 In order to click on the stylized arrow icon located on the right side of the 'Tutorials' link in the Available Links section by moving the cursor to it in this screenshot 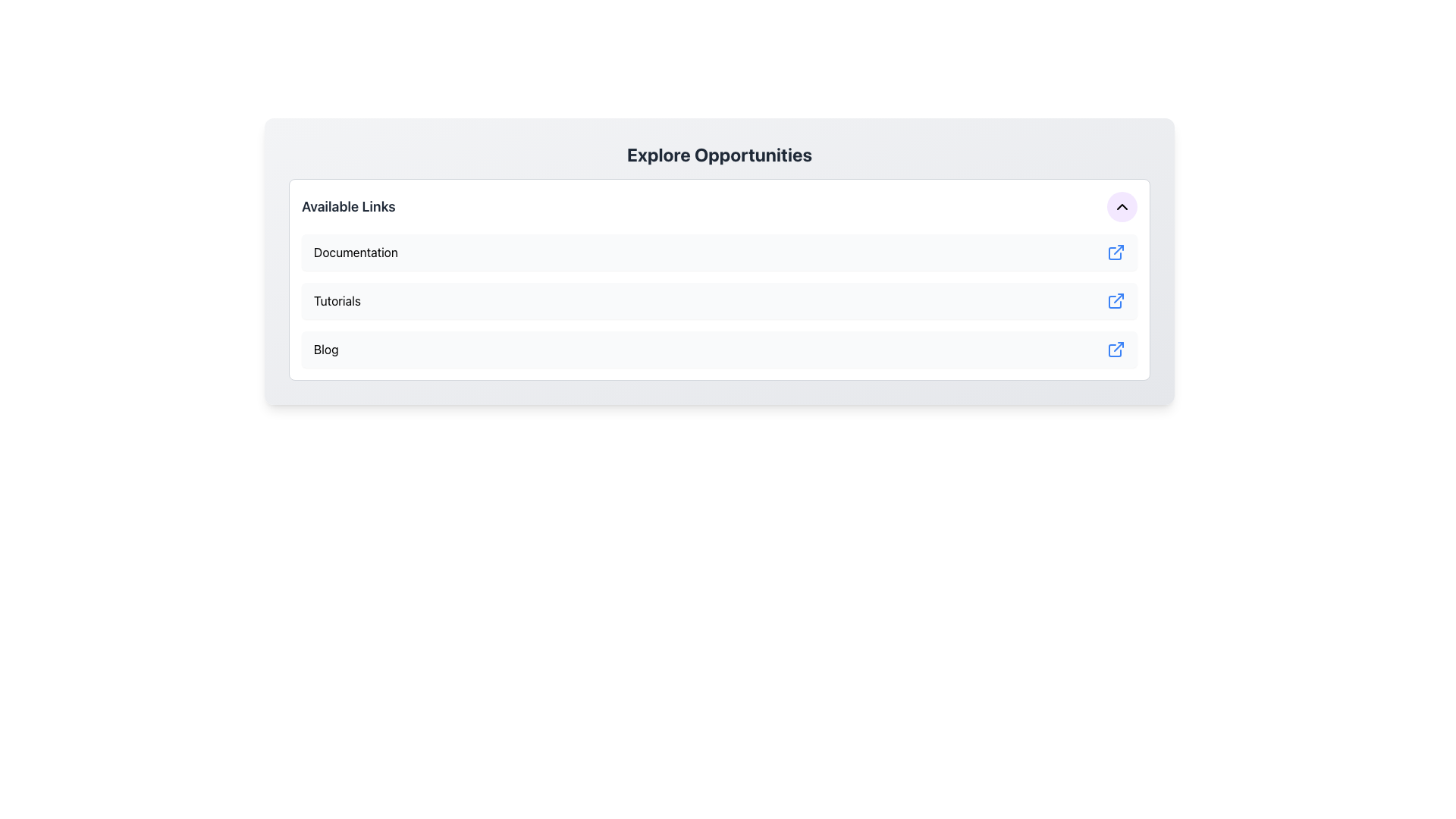, I will do `click(1119, 298)`.